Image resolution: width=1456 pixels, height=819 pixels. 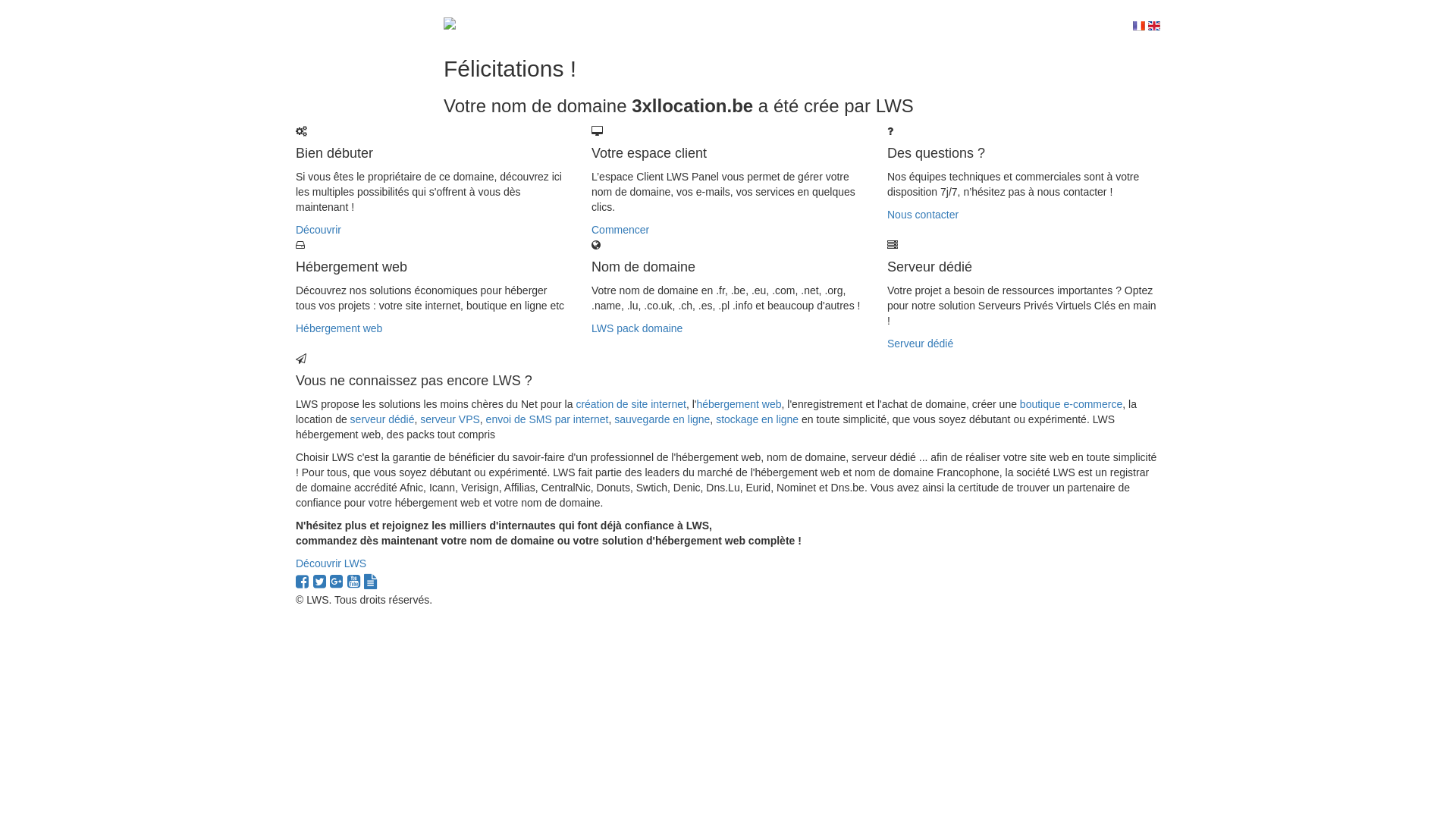 What do you see at coordinates (546, 419) in the screenshot?
I see `'envoi de SMS par internet'` at bounding box center [546, 419].